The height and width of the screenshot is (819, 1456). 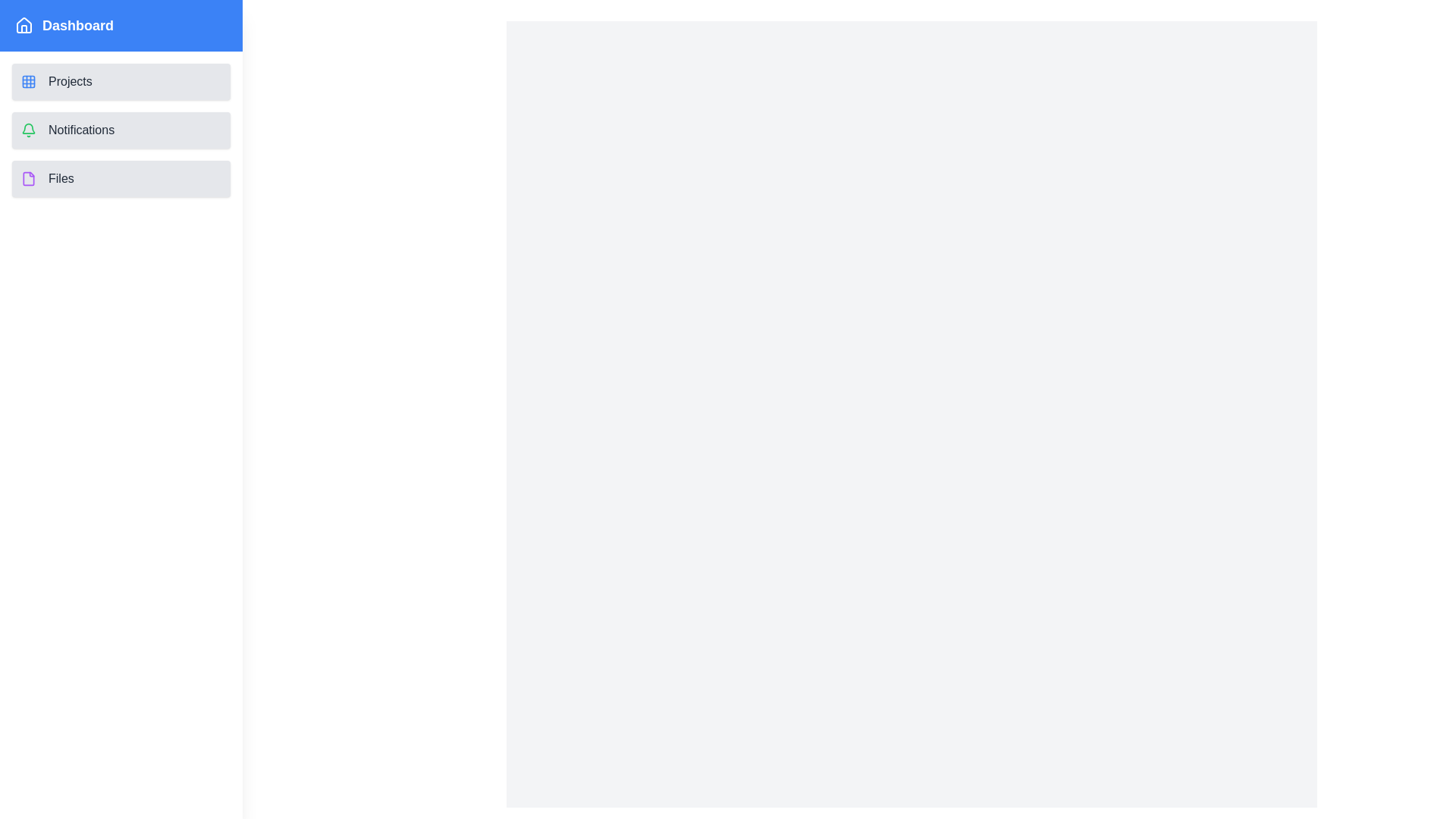 I want to click on the menu item Files in the drawer menu, so click(x=120, y=177).